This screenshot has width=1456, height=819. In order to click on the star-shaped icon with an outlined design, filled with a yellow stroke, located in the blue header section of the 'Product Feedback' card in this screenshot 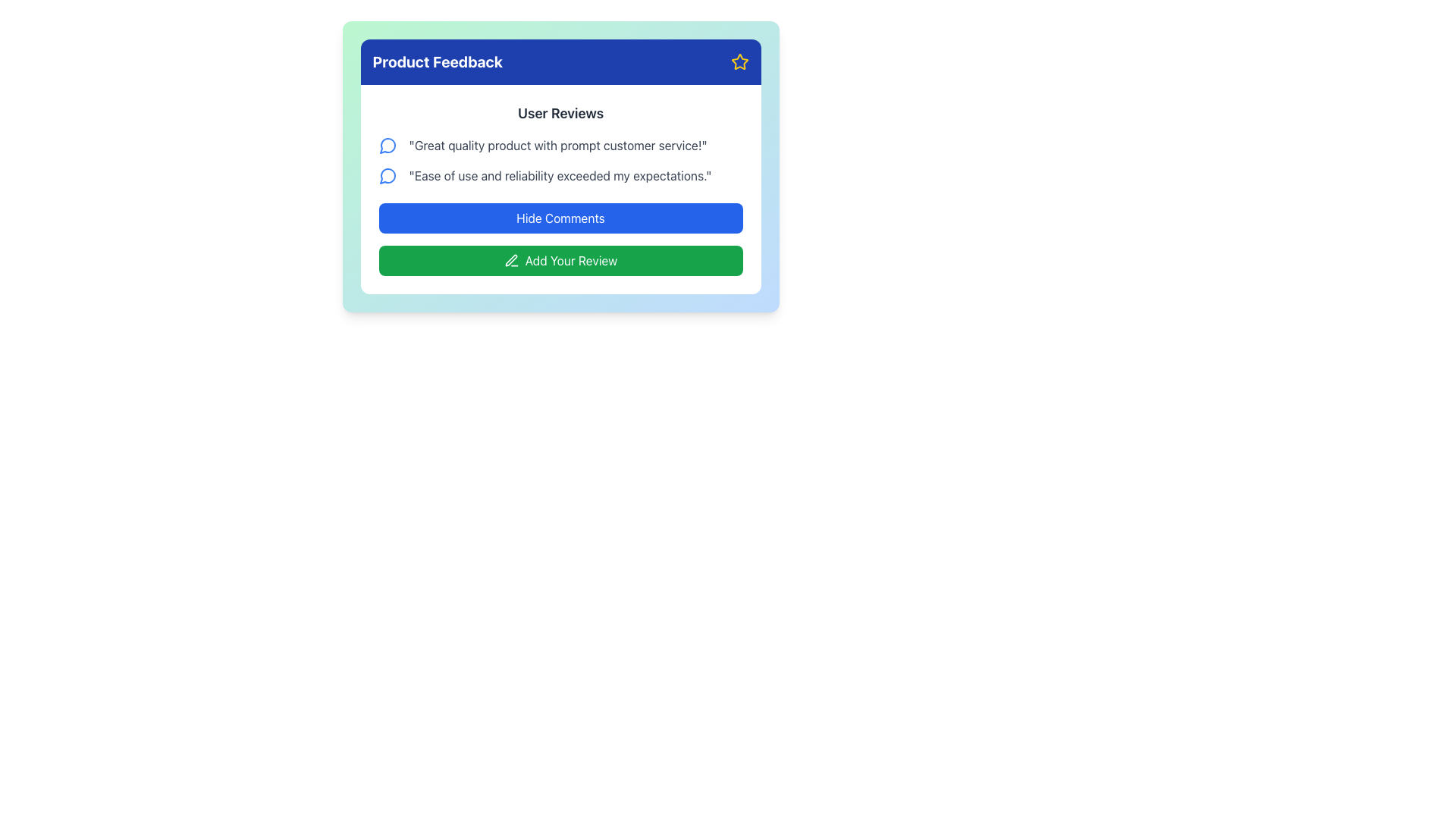, I will do `click(739, 61)`.